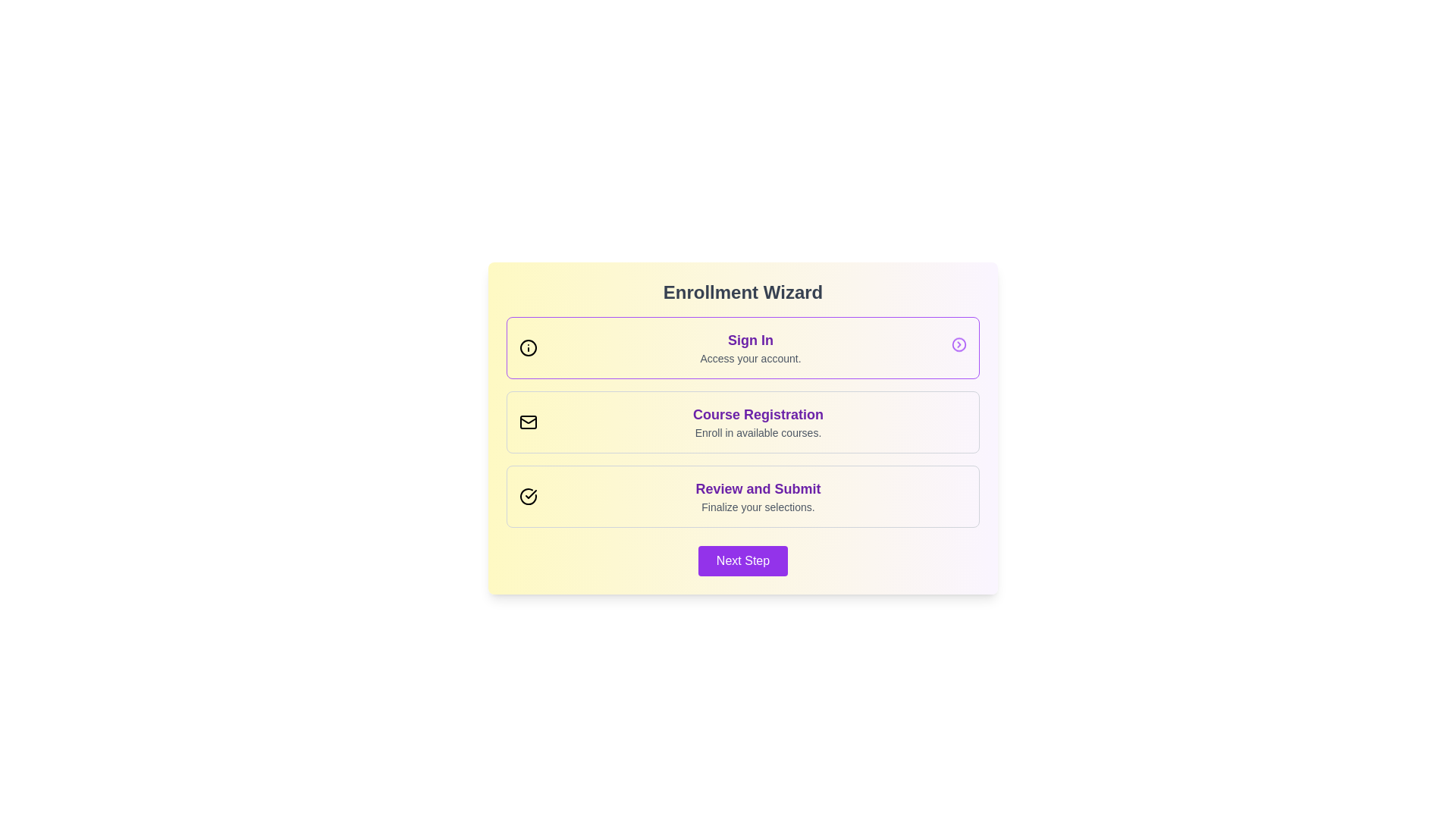  Describe the element at coordinates (758, 507) in the screenshot. I see `the static text label providing additional information for the 'Review and Submit' section, located at the bottom-right corner of the section and centrally aligned below the heading` at that location.